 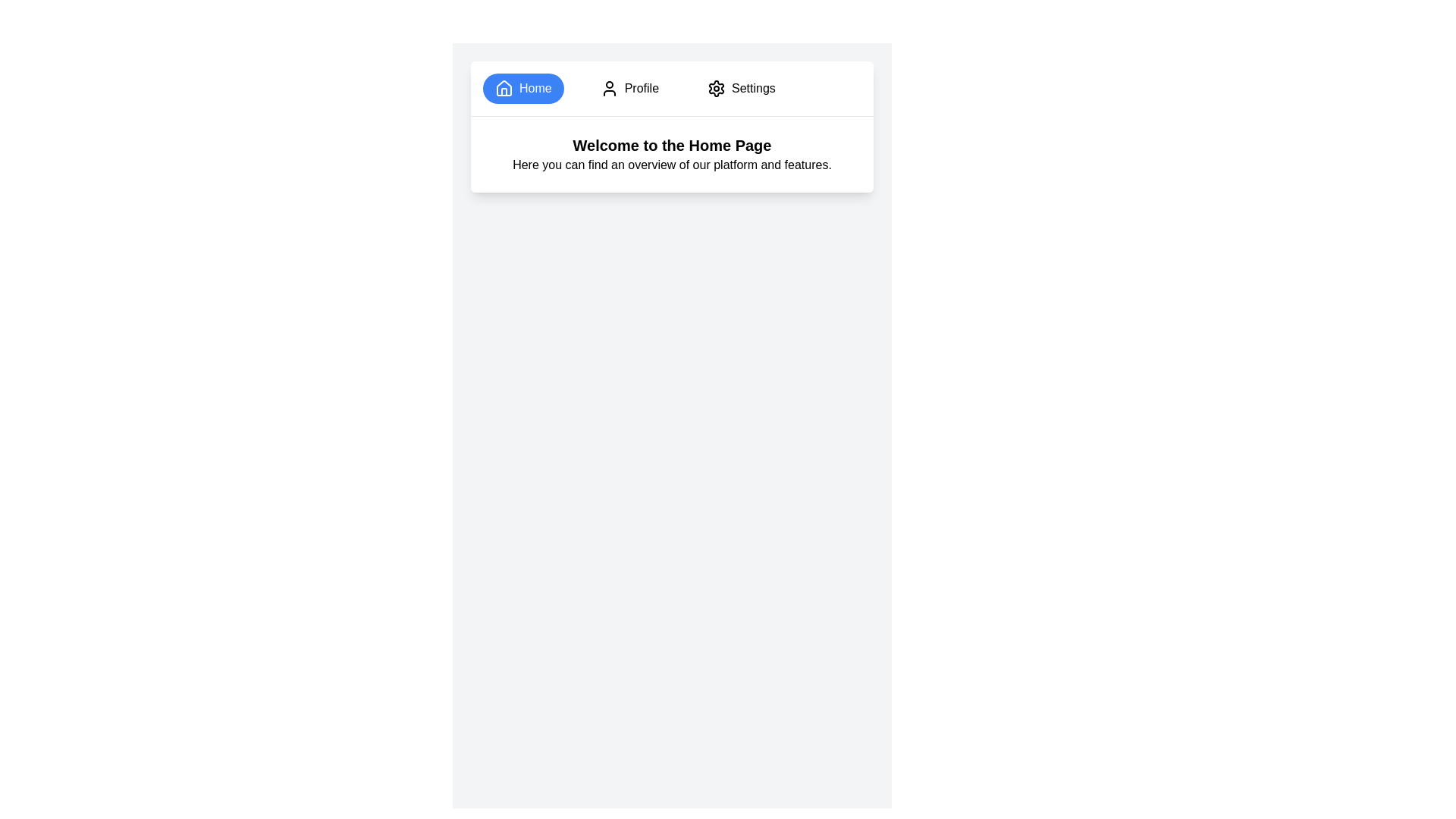 I want to click on the 'Home' text label in the navigation bar, so click(x=535, y=88).